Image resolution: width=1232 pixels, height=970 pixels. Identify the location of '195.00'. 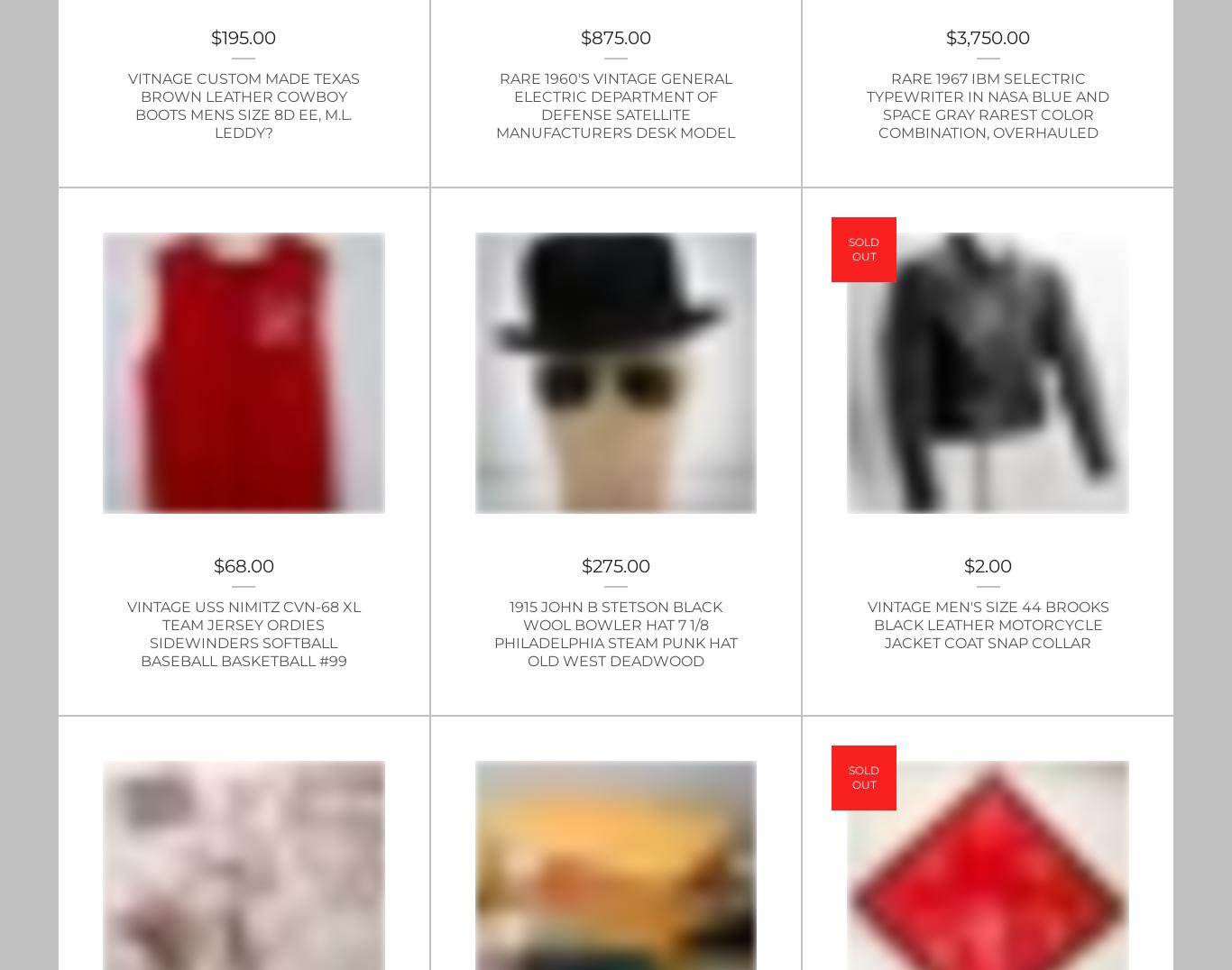
(248, 35).